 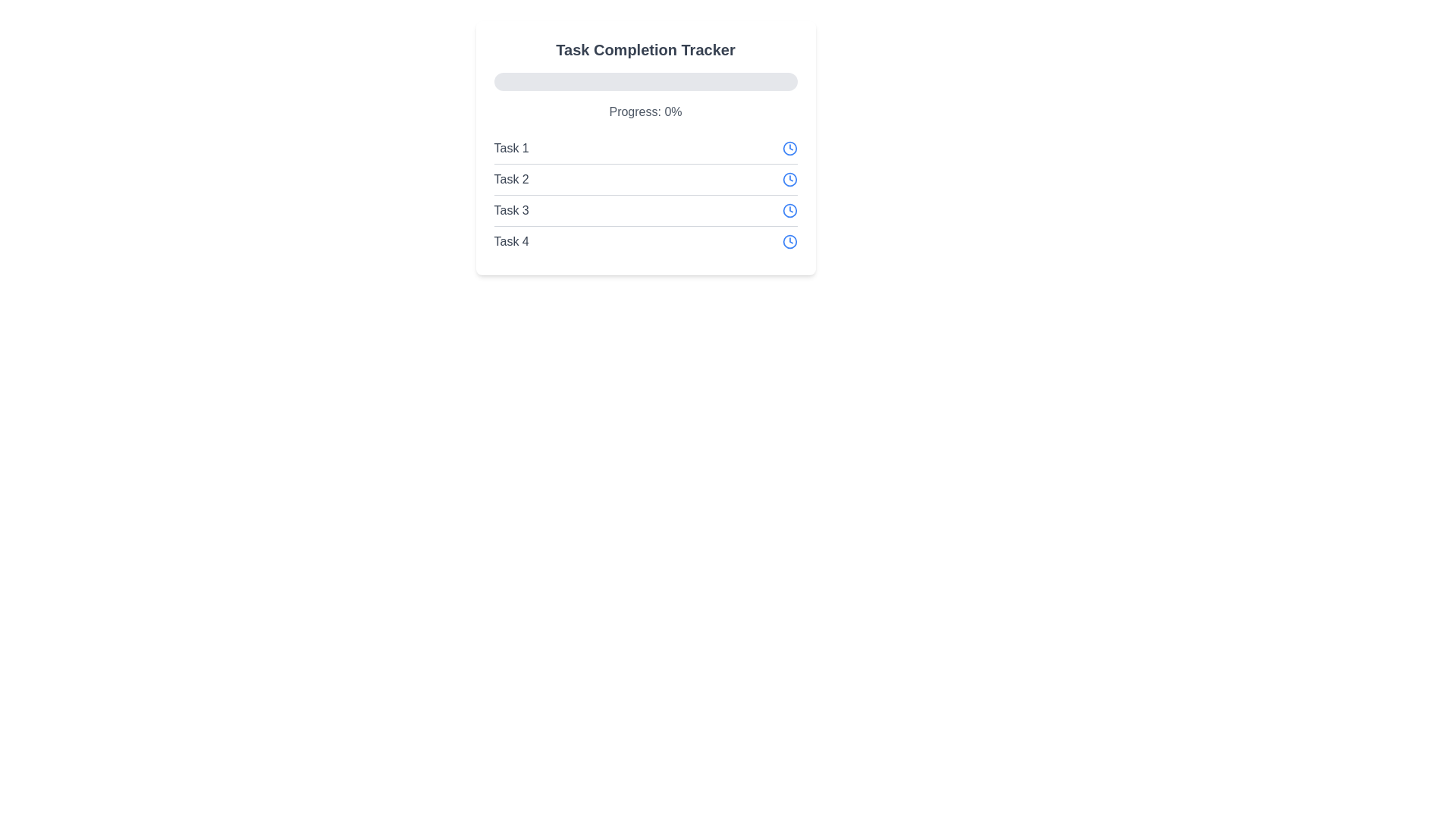 I want to click on the text label that indicates the name or description of a task in the task list, positioned just below 'Task 1' and above 'Task 3', so click(x=511, y=178).